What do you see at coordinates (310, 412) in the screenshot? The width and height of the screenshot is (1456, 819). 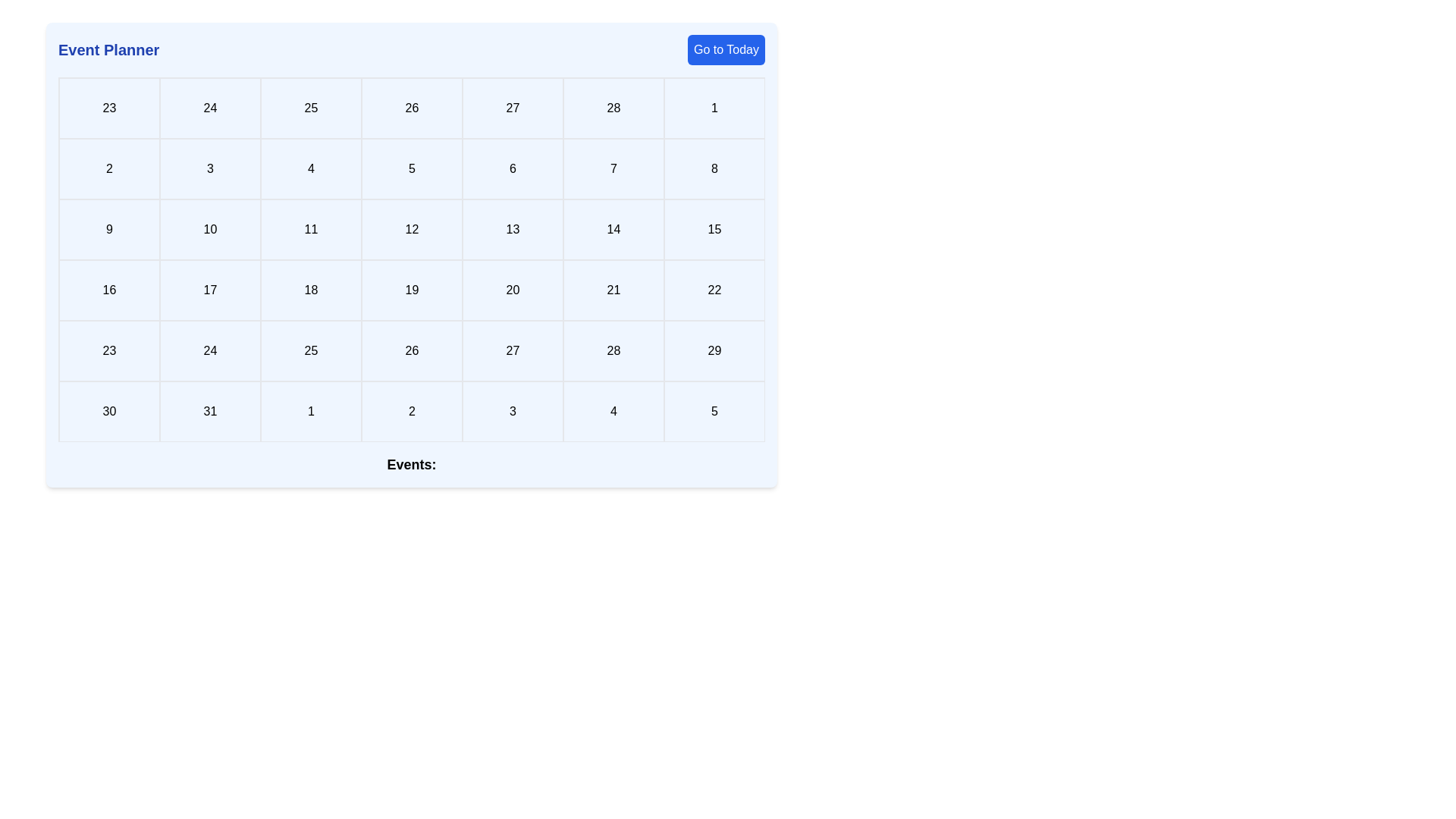 I see `the calendar cell containing the number '1' in the sixth row and third column` at bounding box center [310, 412].